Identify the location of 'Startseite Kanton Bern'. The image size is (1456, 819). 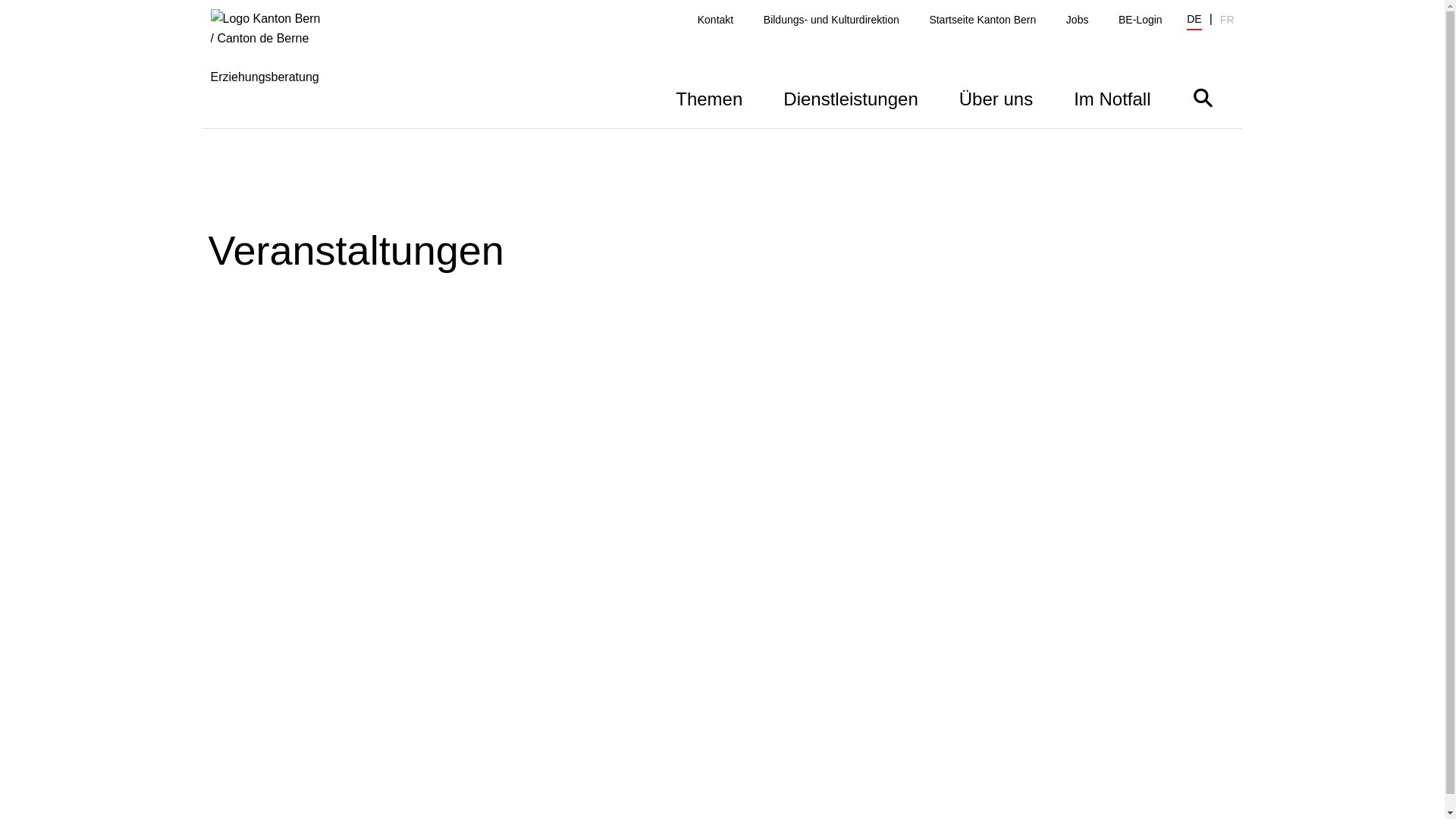
(982, 20).